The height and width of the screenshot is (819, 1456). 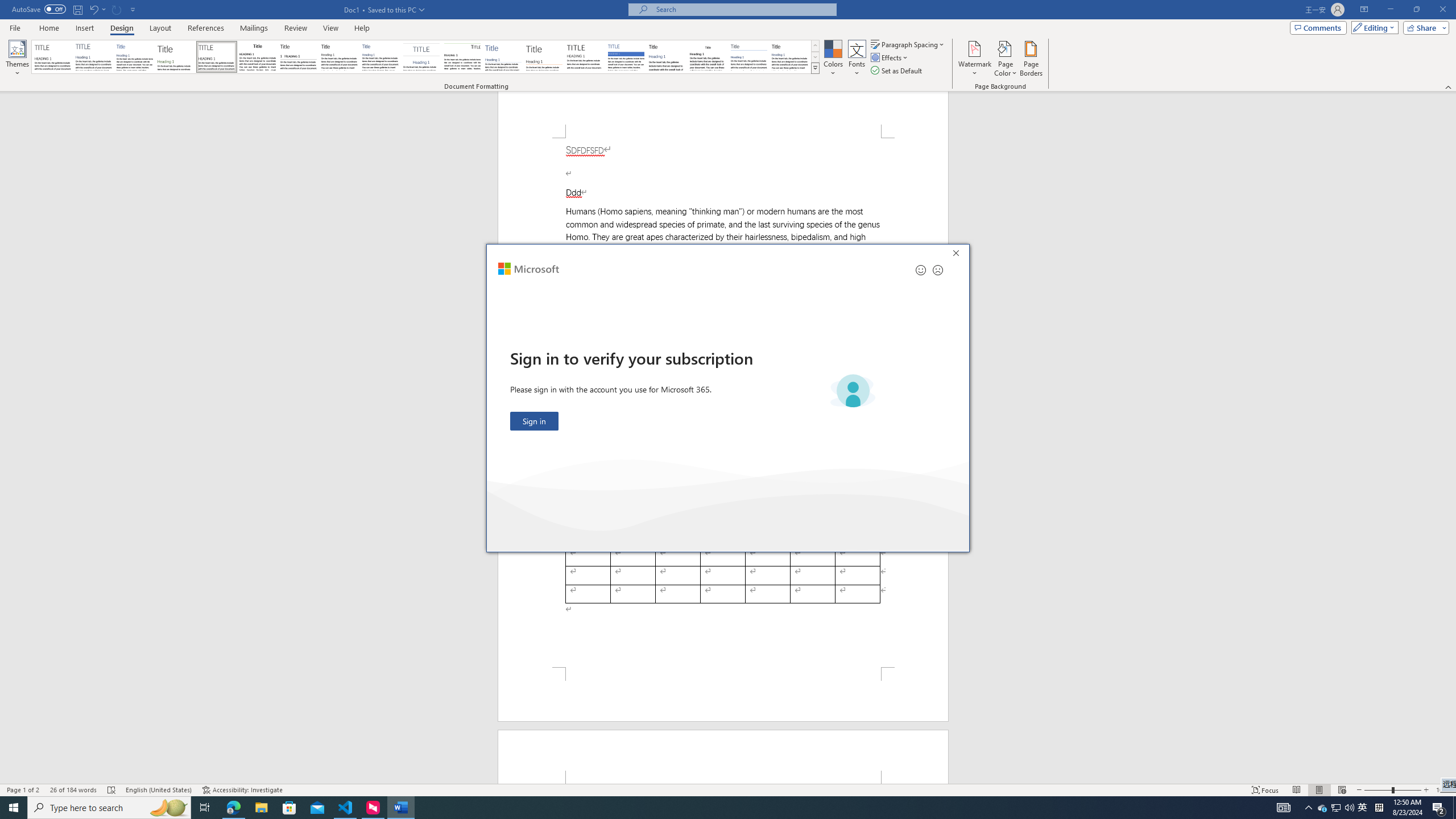 I want to click on 'Themes', so click(x=16, y=59).